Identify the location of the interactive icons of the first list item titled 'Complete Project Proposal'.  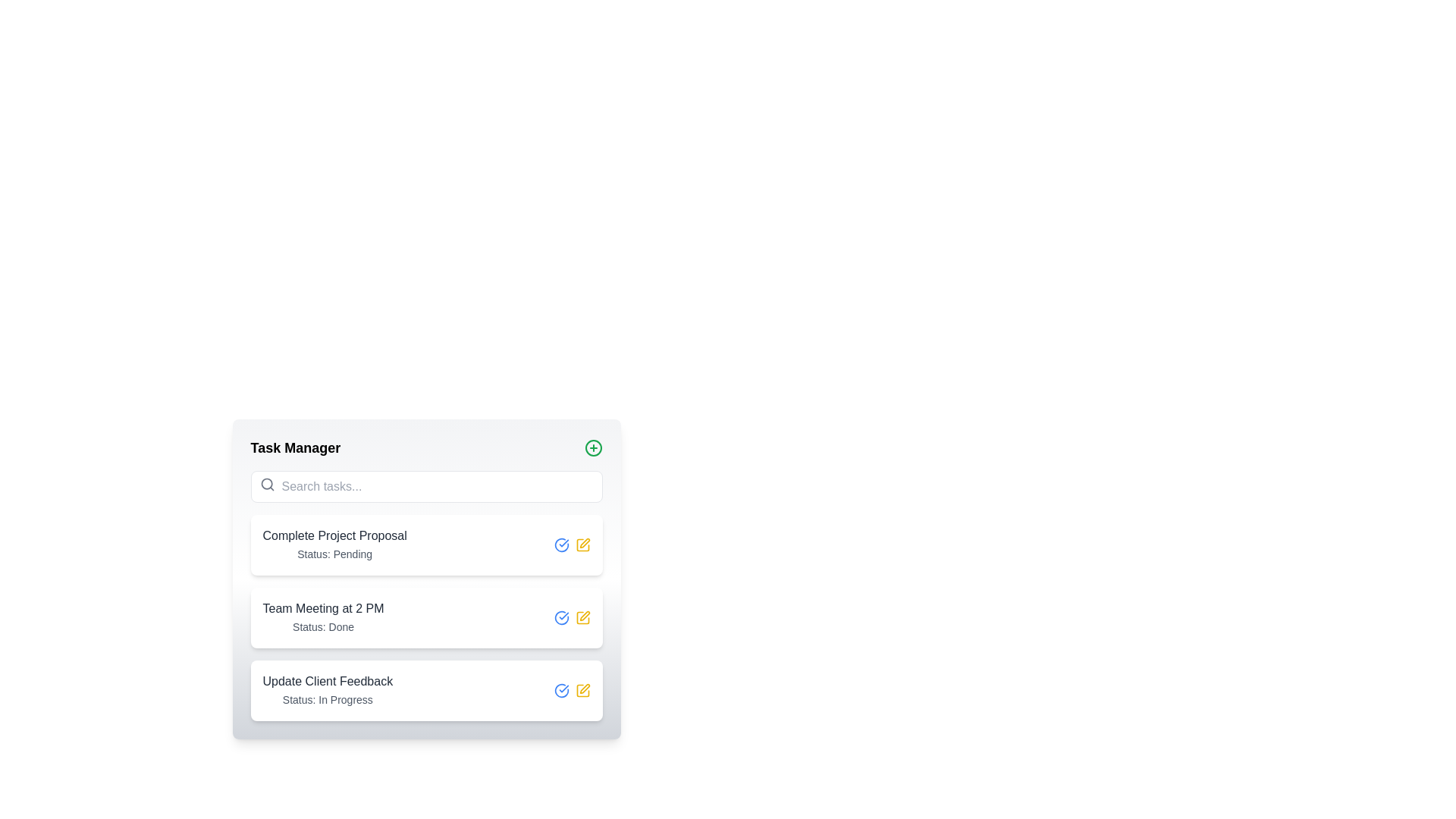
(425, 544).